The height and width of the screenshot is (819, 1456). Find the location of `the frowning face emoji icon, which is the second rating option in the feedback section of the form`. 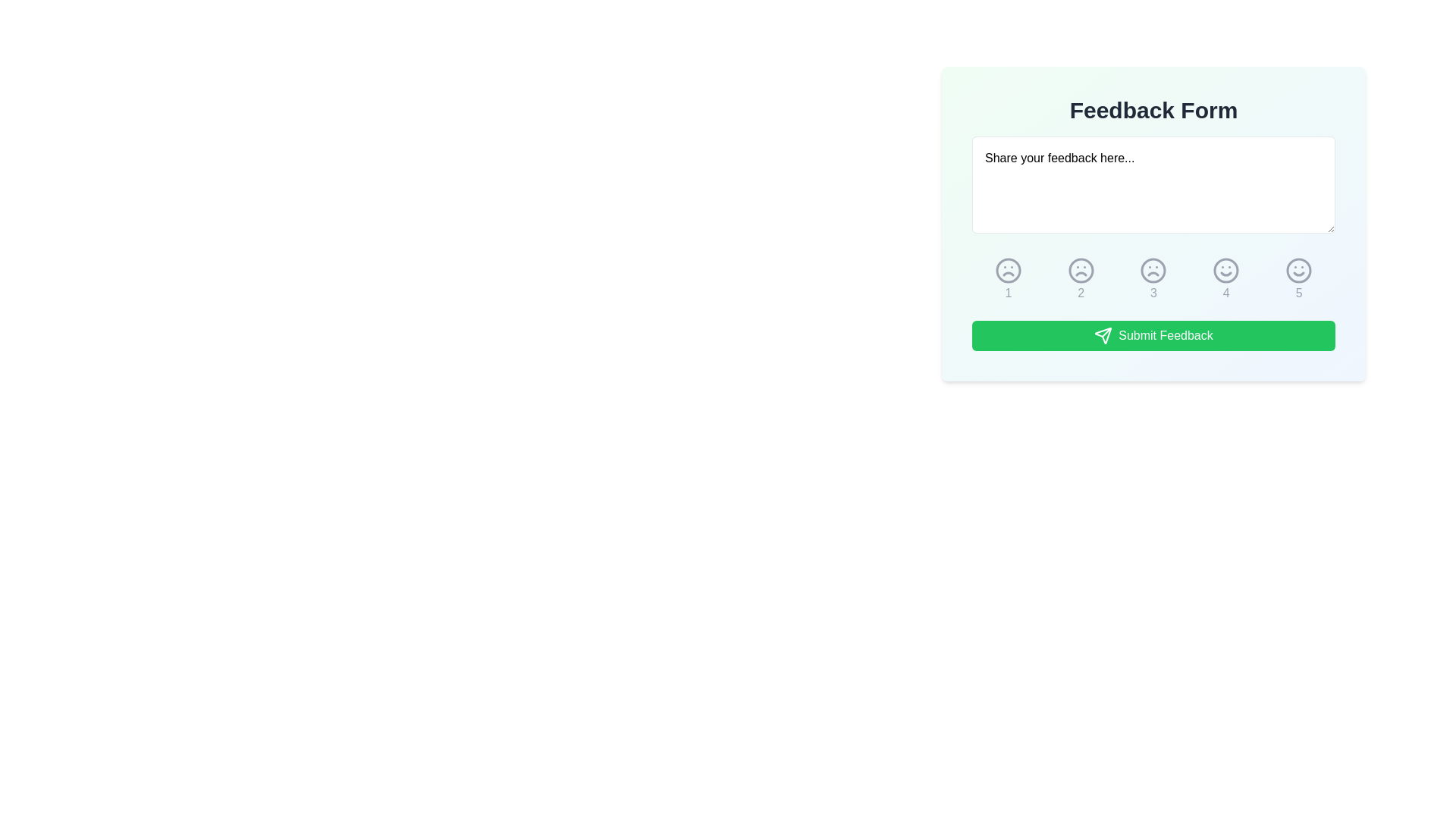

the frowning face emoji icon, which is the second rating option in the feedback section of the form is located at coordinates (1080, 270).